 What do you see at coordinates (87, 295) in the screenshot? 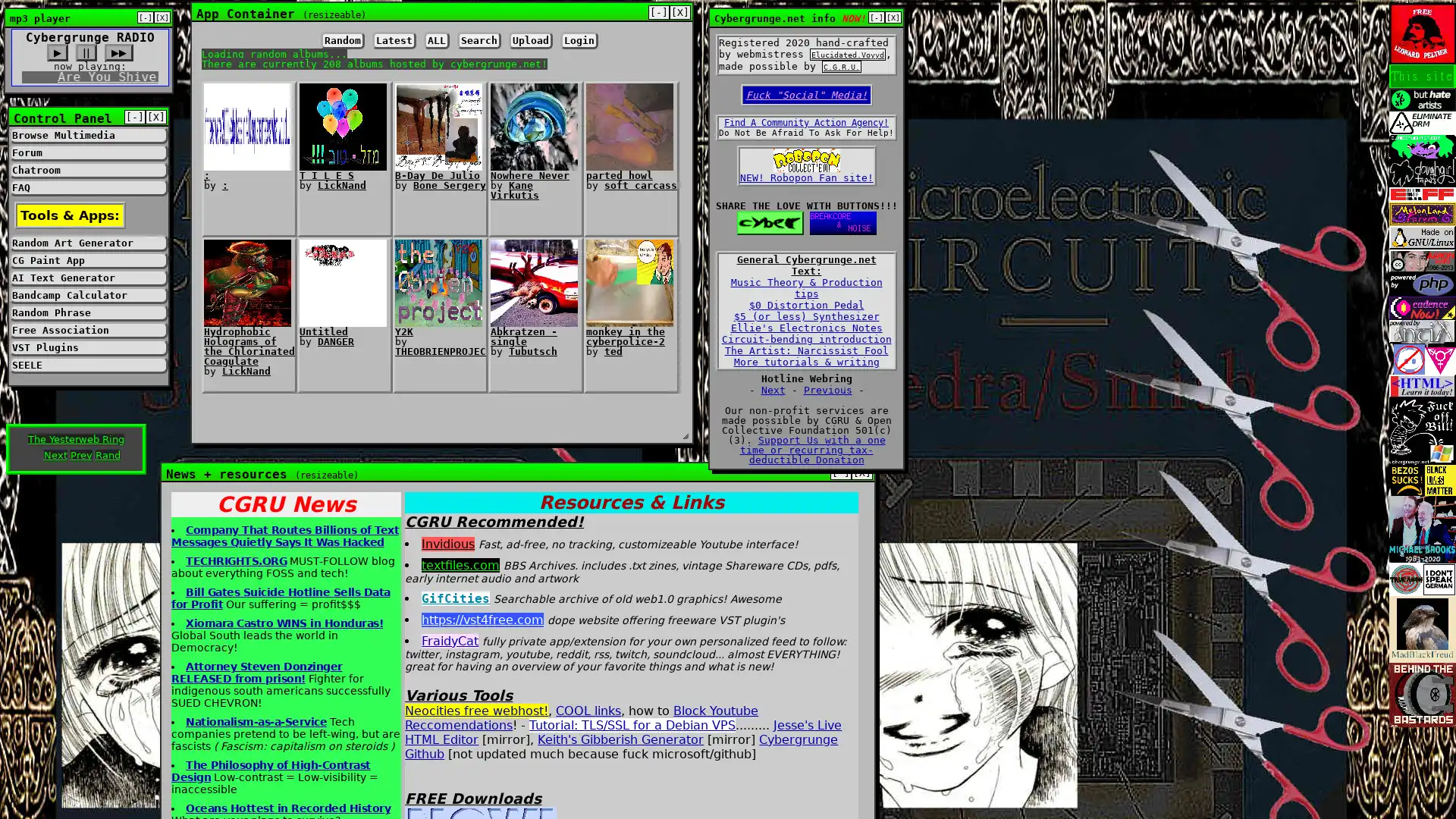
I see `Bandcamp Calculator` at bounding box center [87, 295].